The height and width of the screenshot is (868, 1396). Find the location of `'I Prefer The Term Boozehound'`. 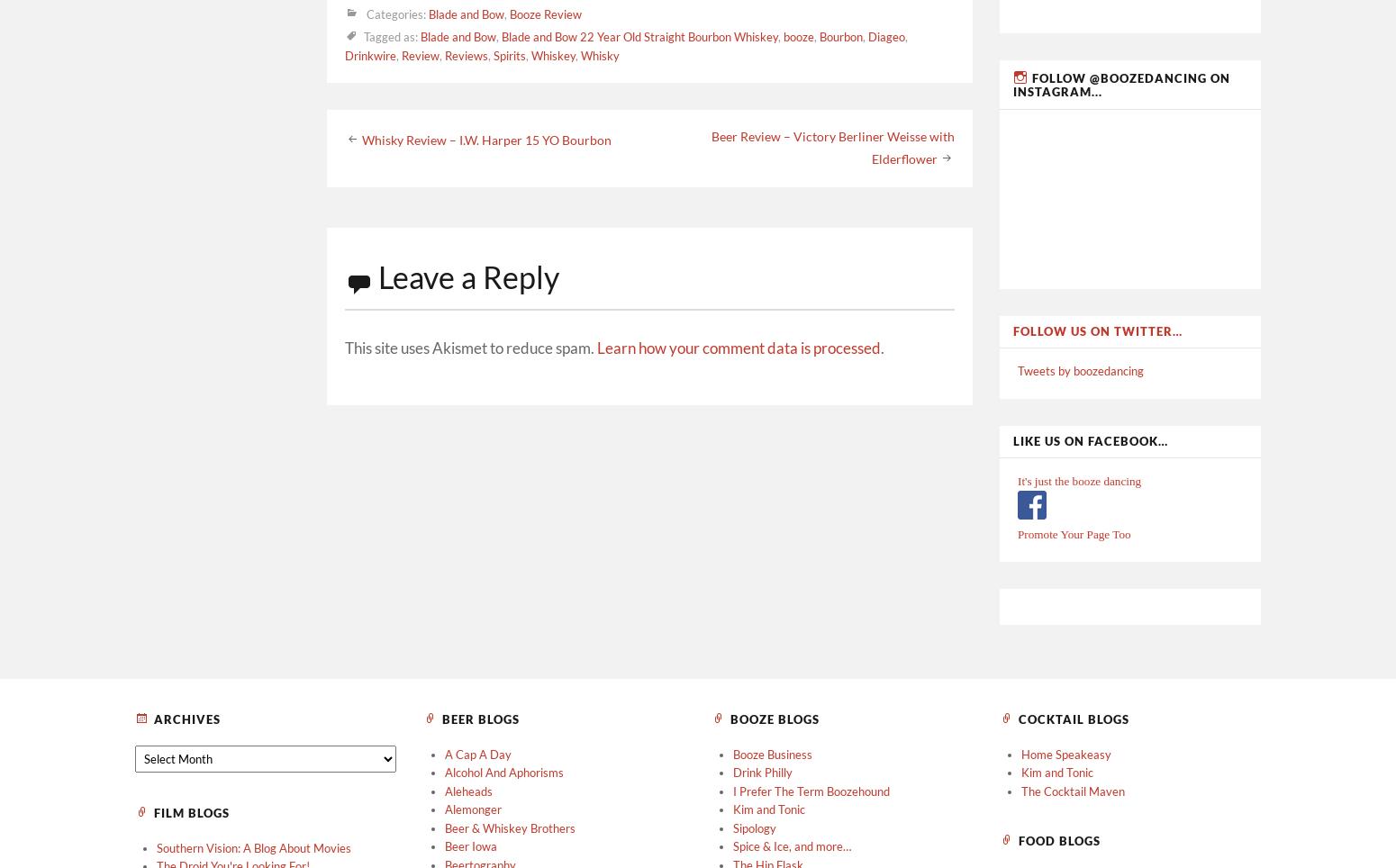

'I Prefer The Term Boozehound' is located at coordinates (811, 791).